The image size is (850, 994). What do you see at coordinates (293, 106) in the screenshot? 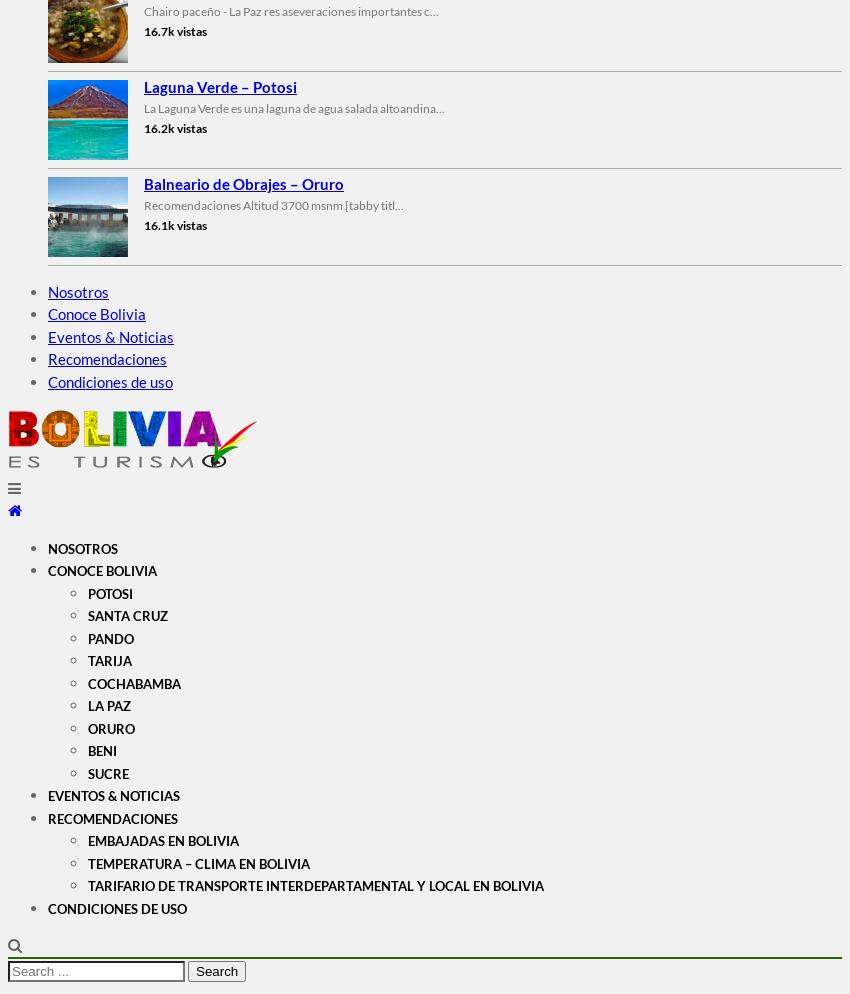
I see `'La Laguna Verde es una laguna de agua salada altoandina...'` at bounding box center [293, 106].